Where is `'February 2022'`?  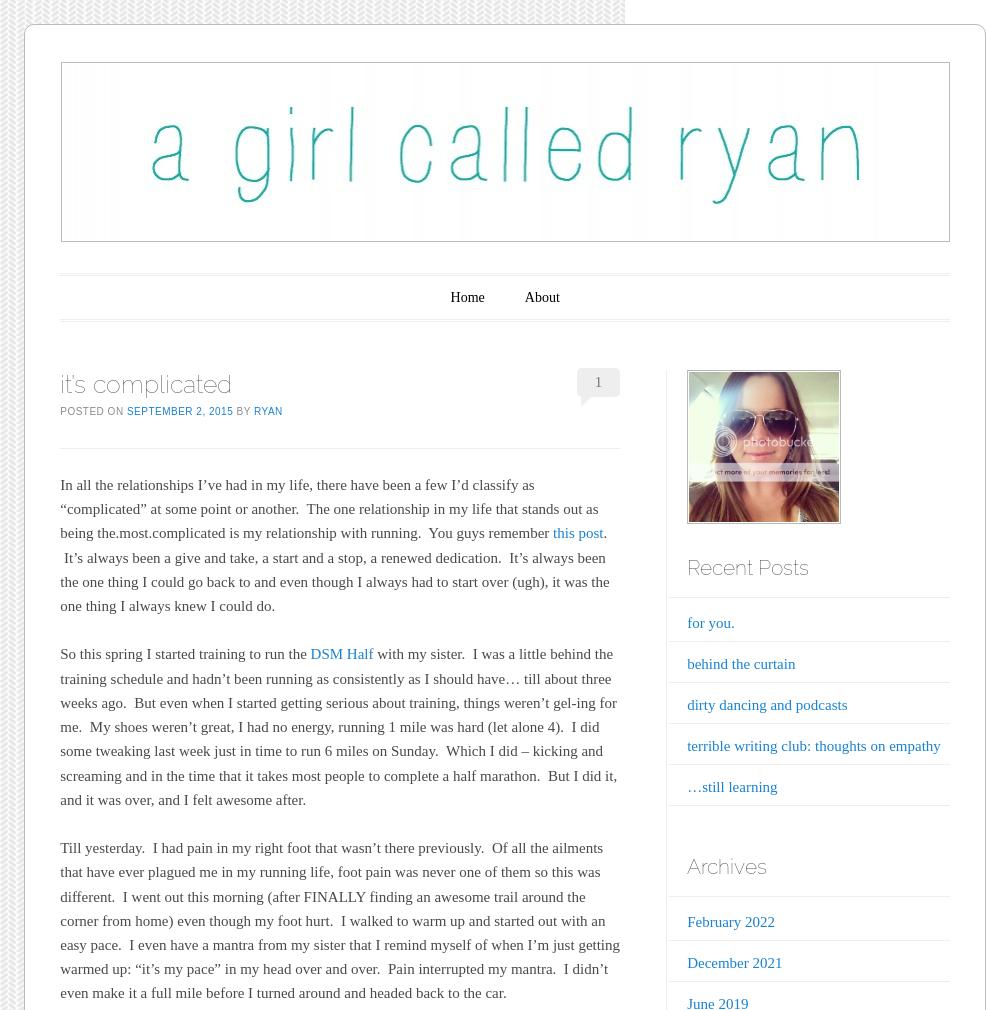 'February 2022' is located at coordinates (730, 921).